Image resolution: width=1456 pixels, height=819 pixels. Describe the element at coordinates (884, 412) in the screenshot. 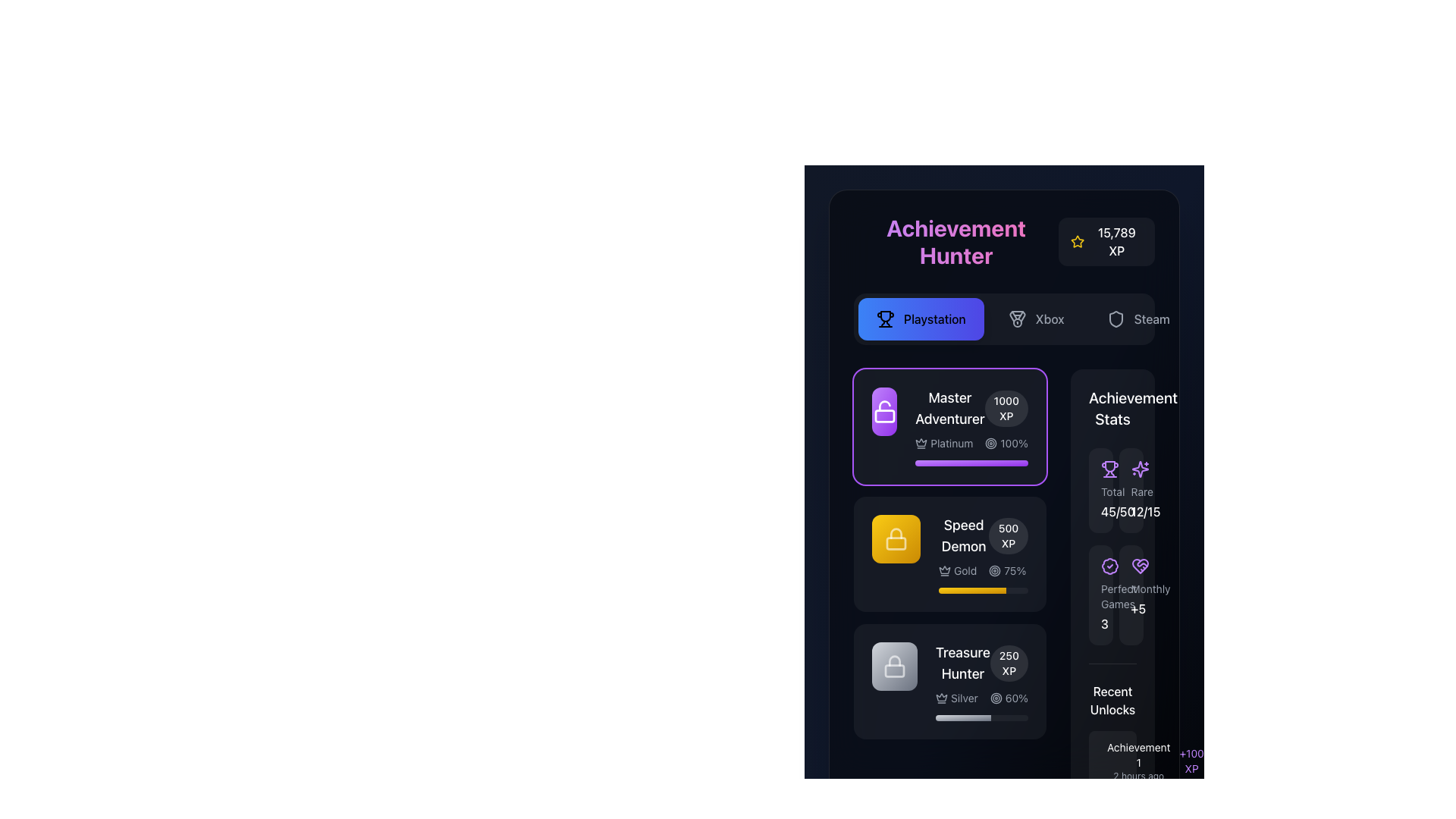

I see `the Icon indicator in the 'Master Adventurer' section, positioned at the leftmost side above the text, to visually represent the status of the achievement` at that location.